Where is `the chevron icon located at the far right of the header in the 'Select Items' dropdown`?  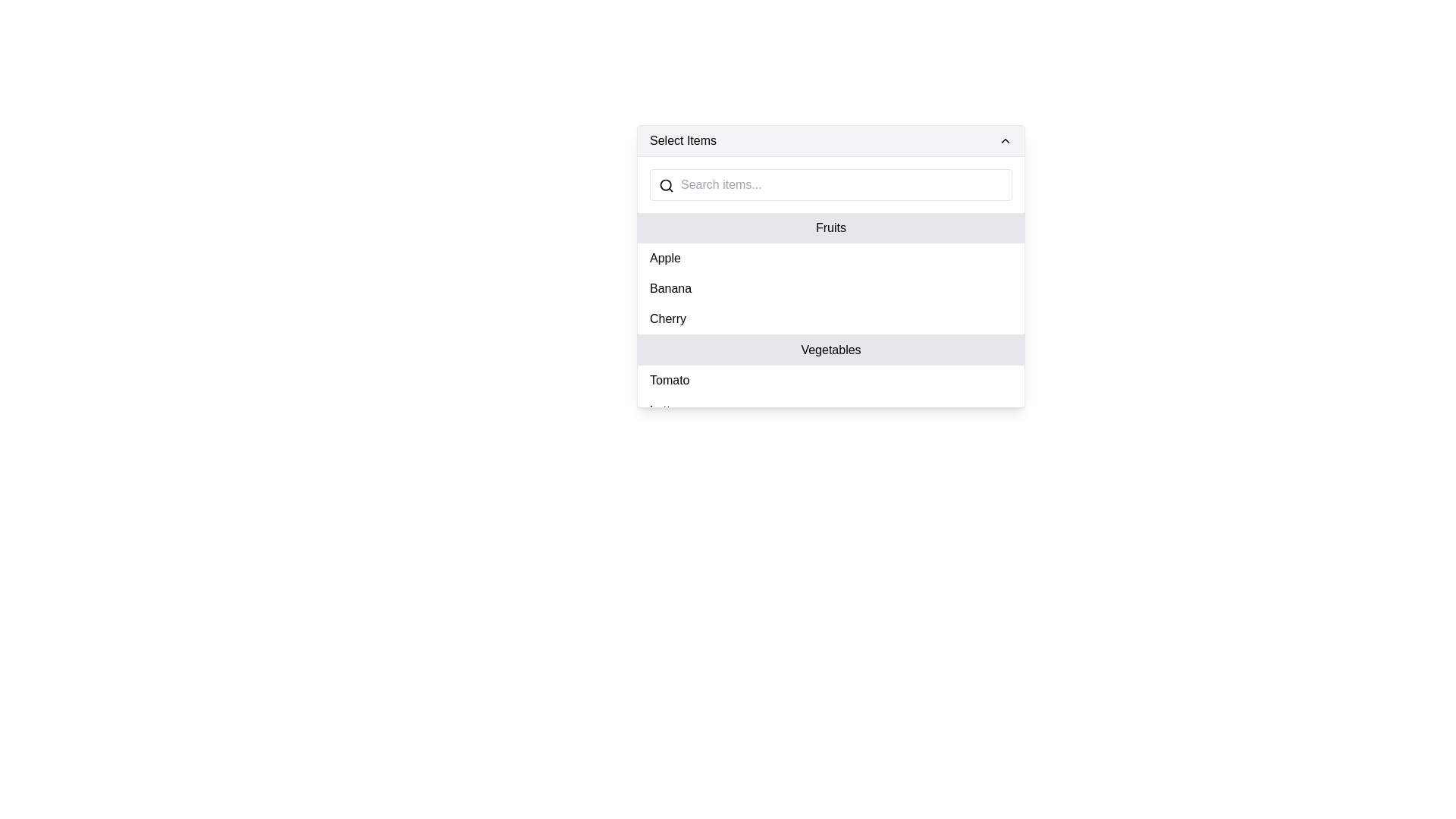
the chevron icon located at the far right of the header in the 'Select Items' dropdown is located at coordinates (1005, 140).